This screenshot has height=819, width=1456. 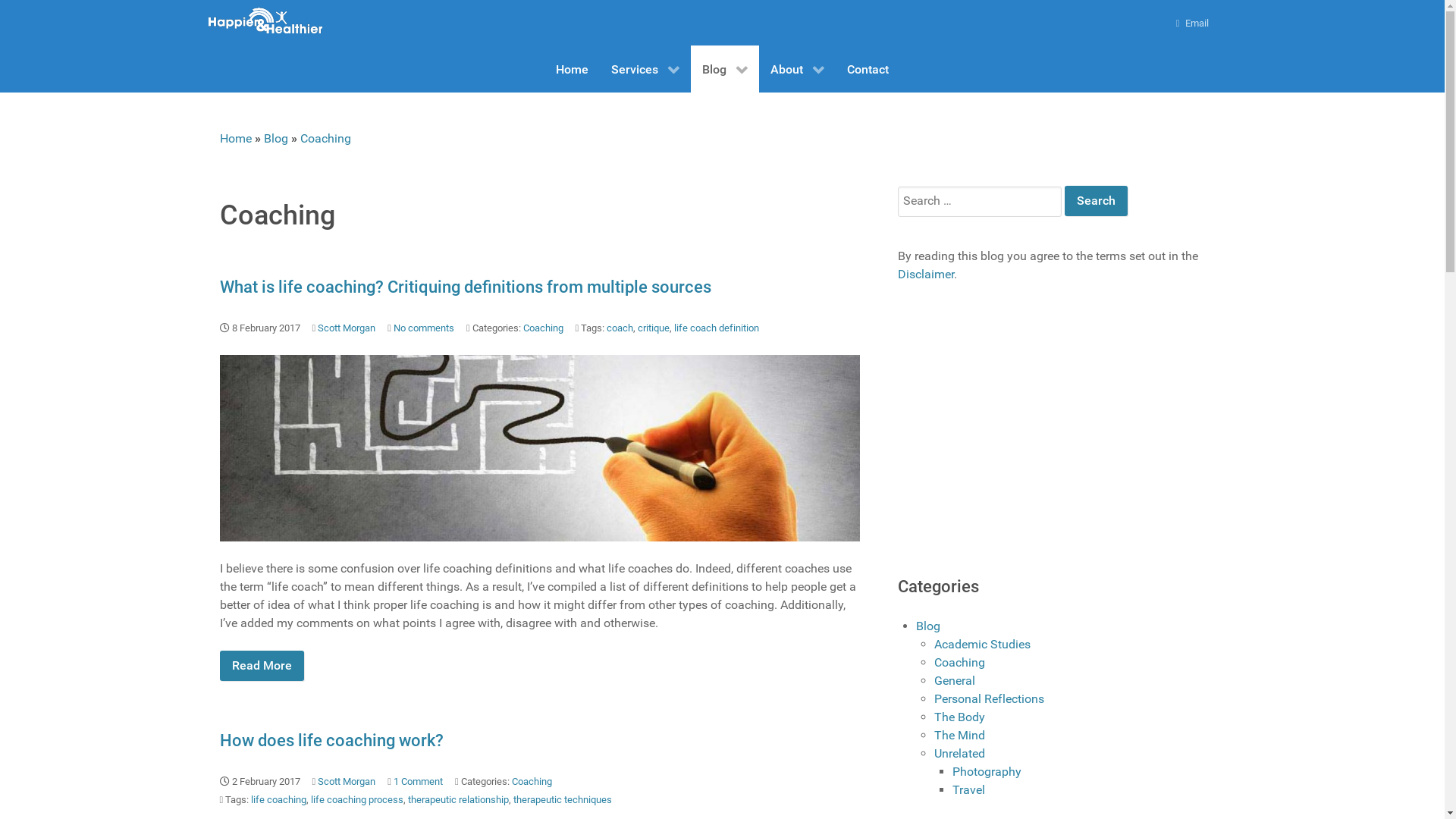 I want to click on 'Coaching', so click(x=543, y=327).